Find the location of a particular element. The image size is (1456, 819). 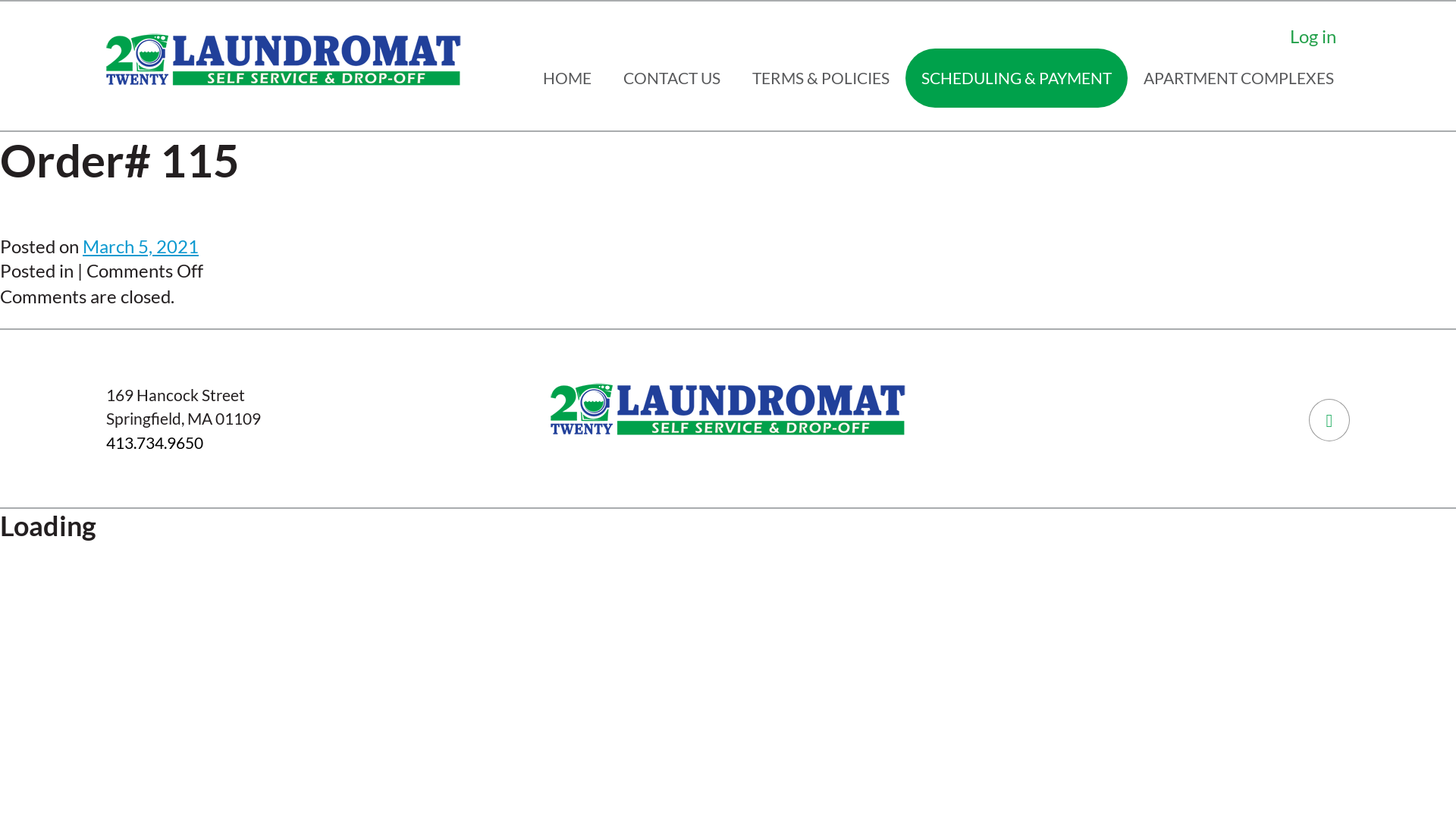

'Log in' is located at coordinates (1312, 35).